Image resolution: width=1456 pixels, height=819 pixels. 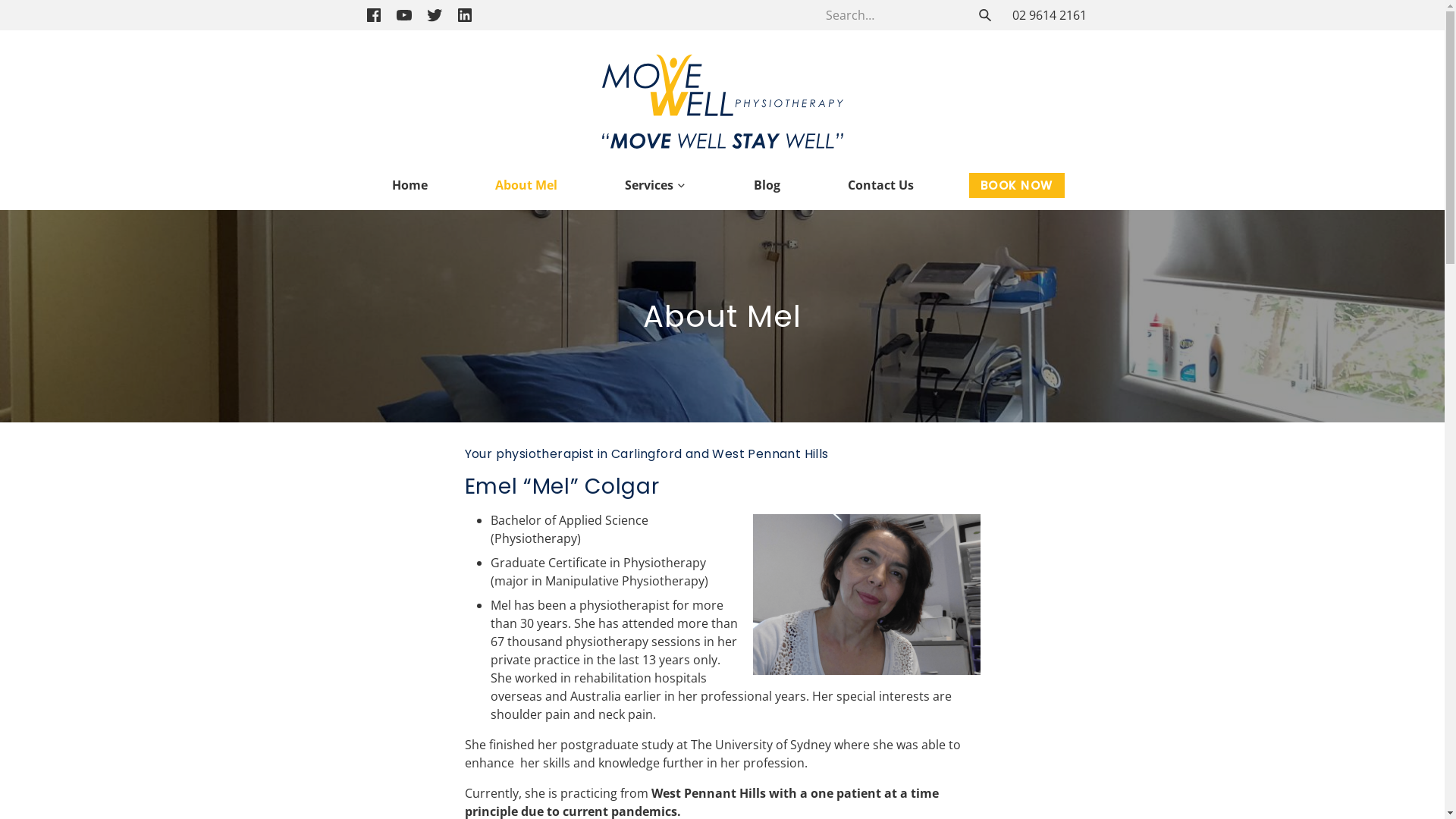 I want to click on 'BOOK NOW', so click(x=1016, y=184).